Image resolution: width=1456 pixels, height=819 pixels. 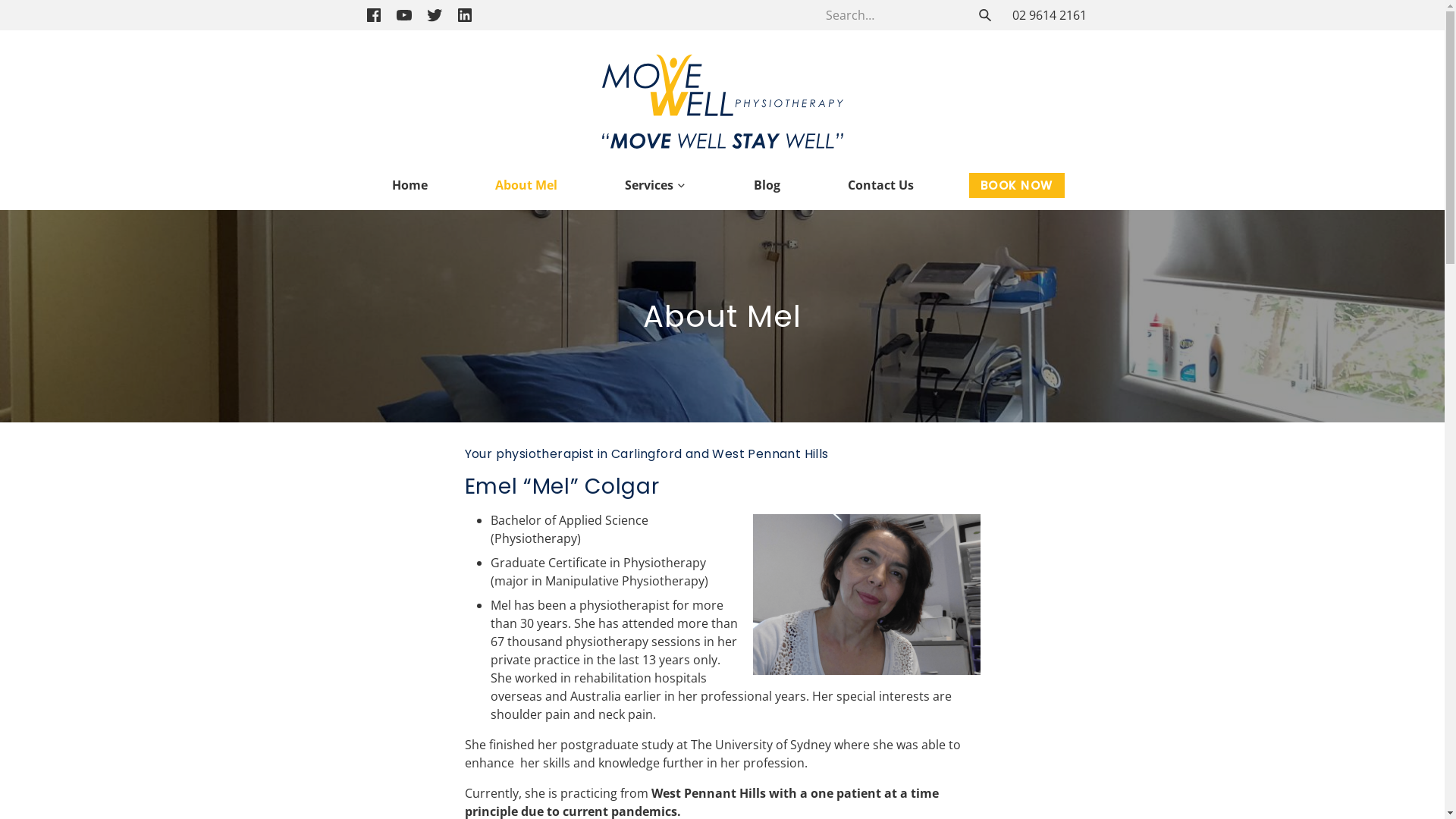 I want to click on 'BOOK NOW', so click(x=1016, y=184).